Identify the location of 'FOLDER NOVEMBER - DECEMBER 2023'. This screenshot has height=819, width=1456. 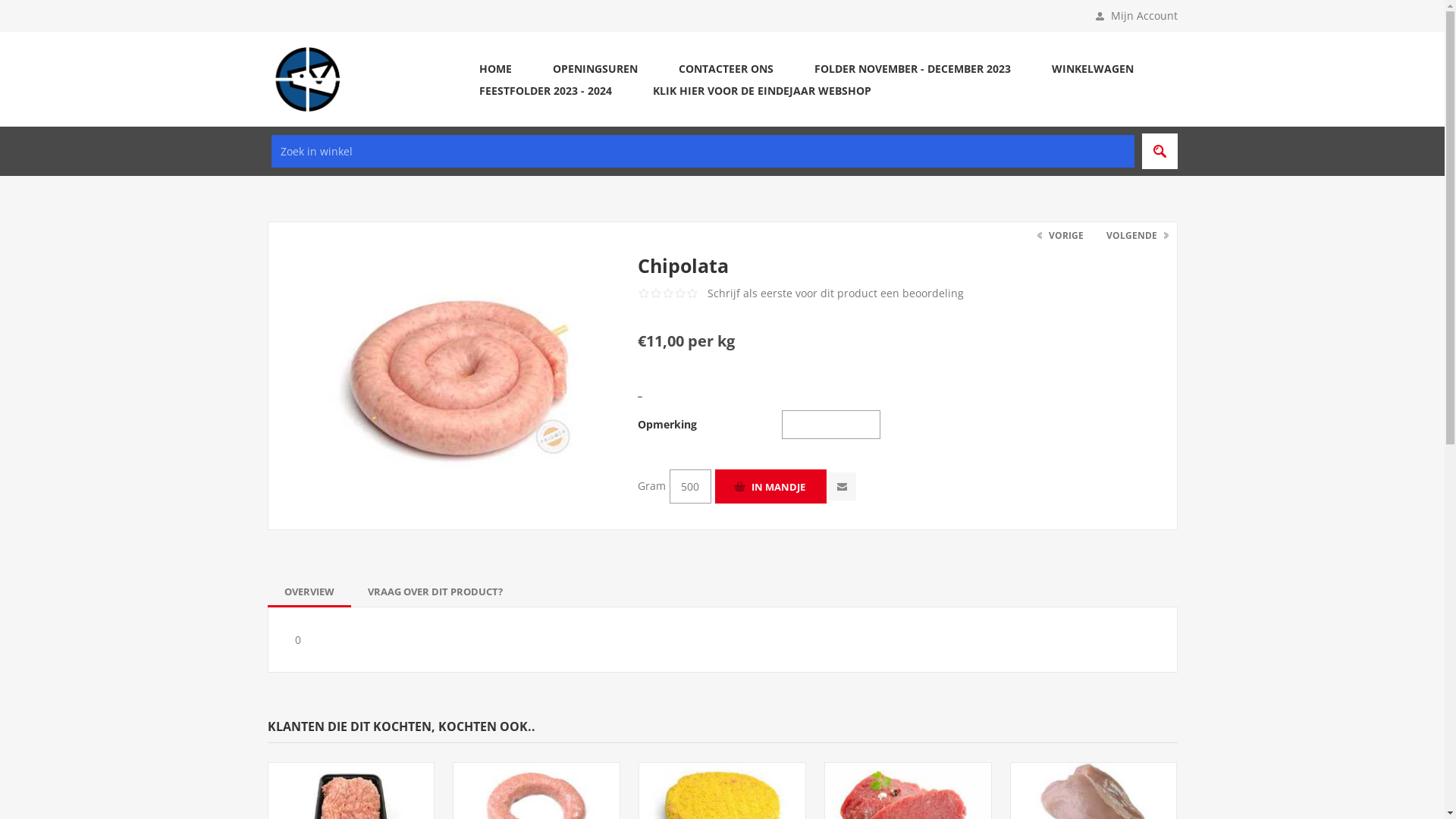
(911, 68).